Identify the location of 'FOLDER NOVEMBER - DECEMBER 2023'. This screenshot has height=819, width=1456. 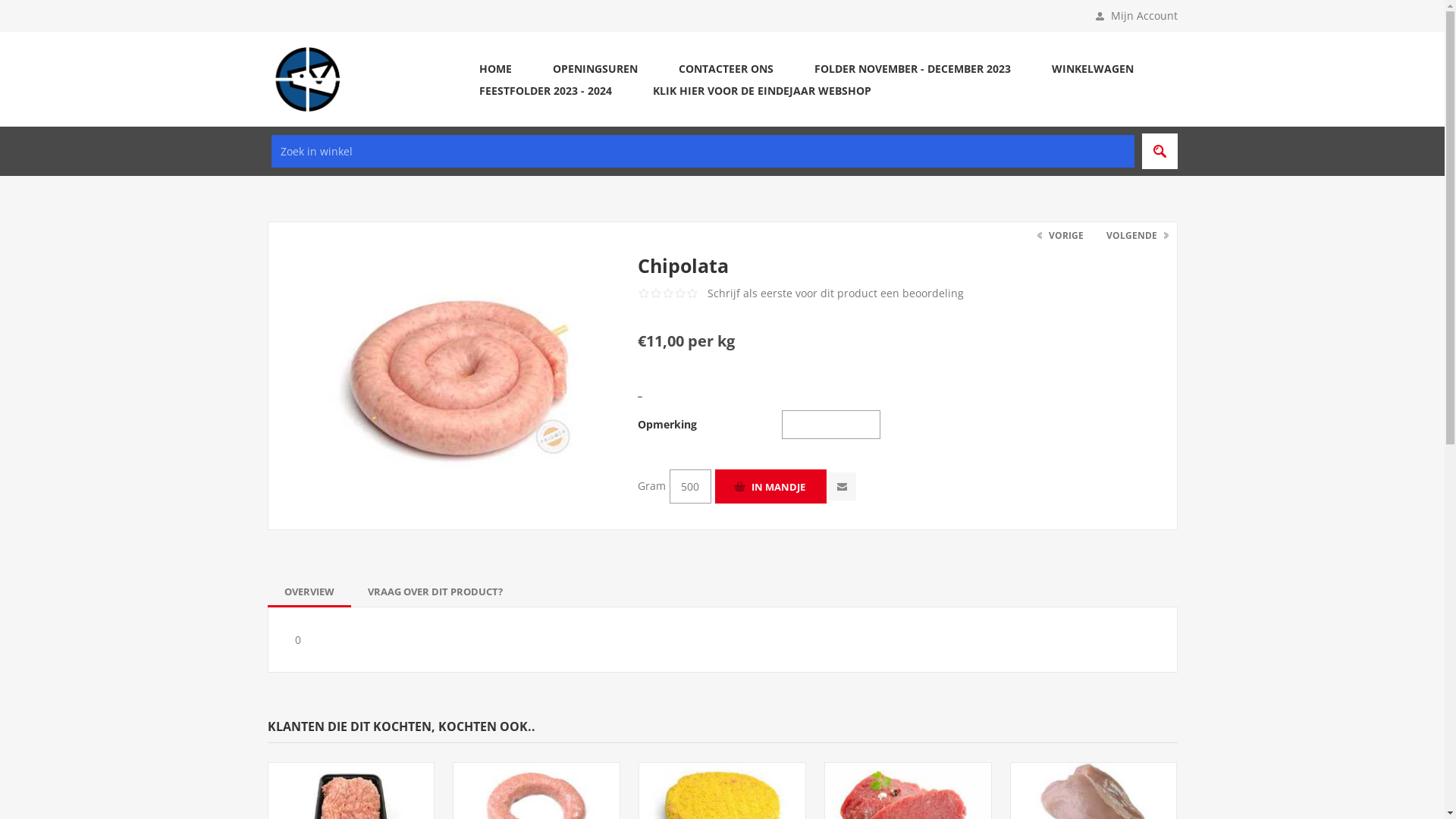
(911, 68).